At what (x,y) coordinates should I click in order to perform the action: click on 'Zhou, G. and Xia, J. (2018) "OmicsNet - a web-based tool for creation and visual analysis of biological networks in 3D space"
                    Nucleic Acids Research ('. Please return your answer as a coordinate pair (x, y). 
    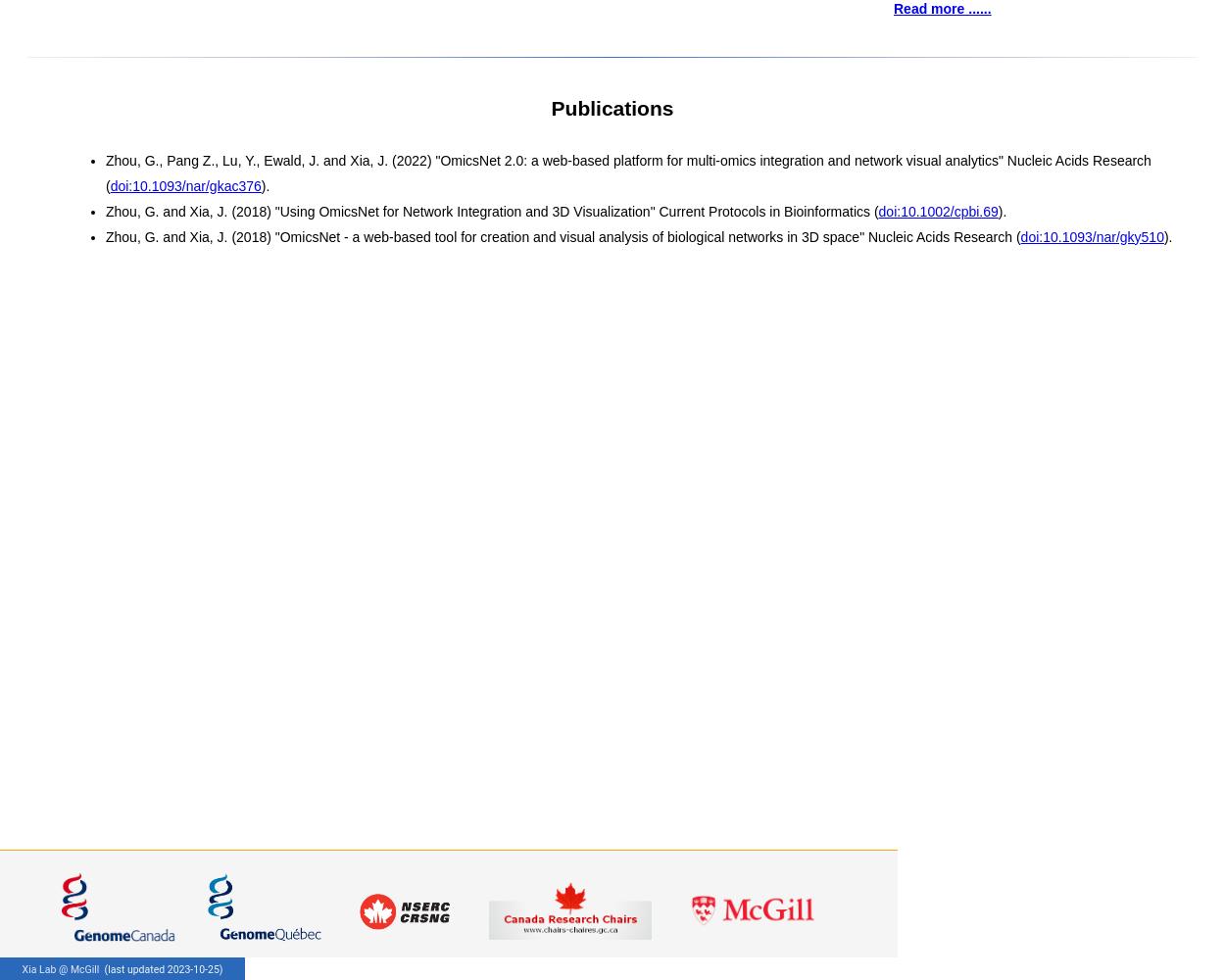
    Looking at the image, I should click on (562, 235).